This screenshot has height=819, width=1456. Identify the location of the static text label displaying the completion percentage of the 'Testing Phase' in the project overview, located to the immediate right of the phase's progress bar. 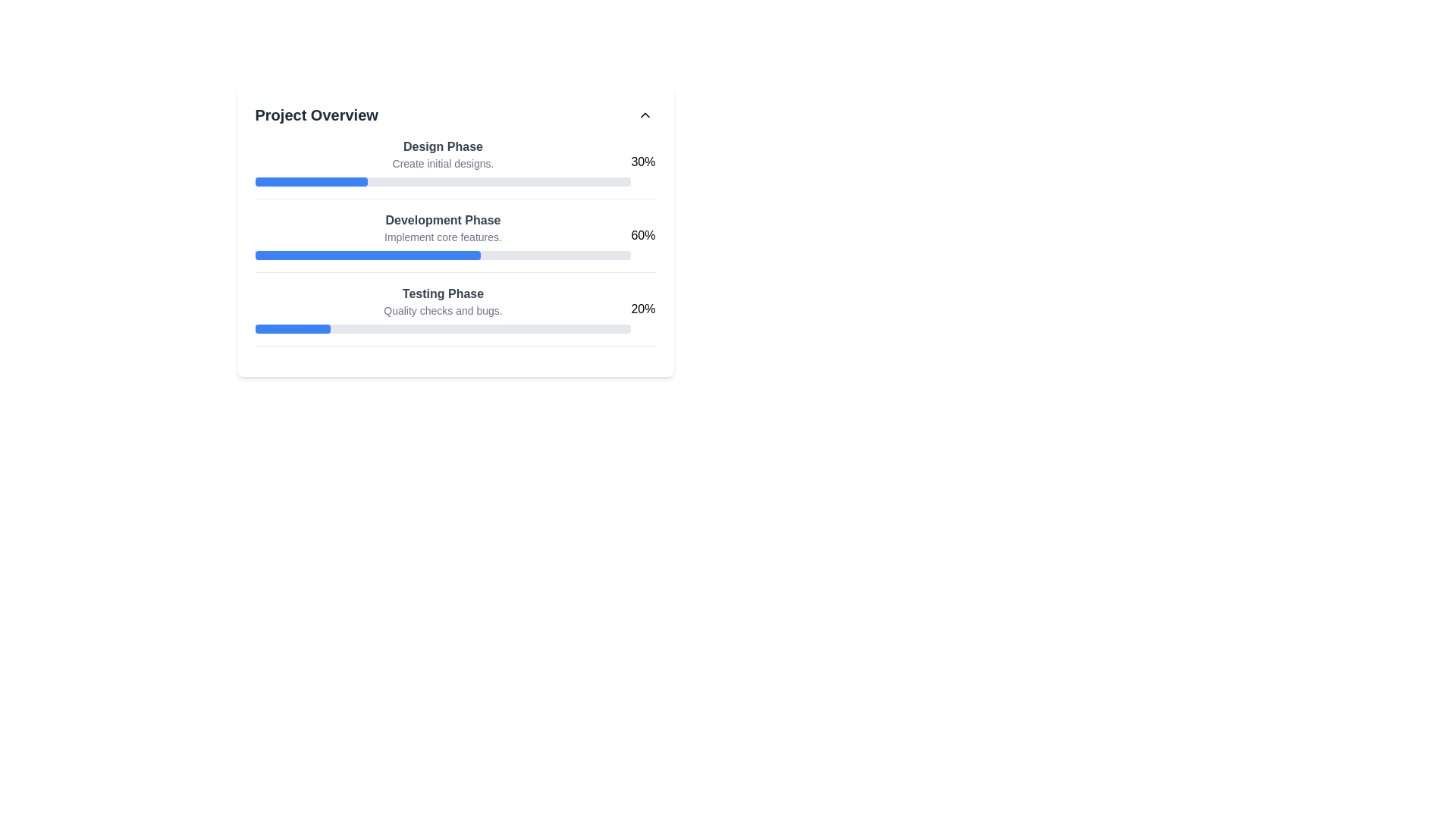
(643, 308).